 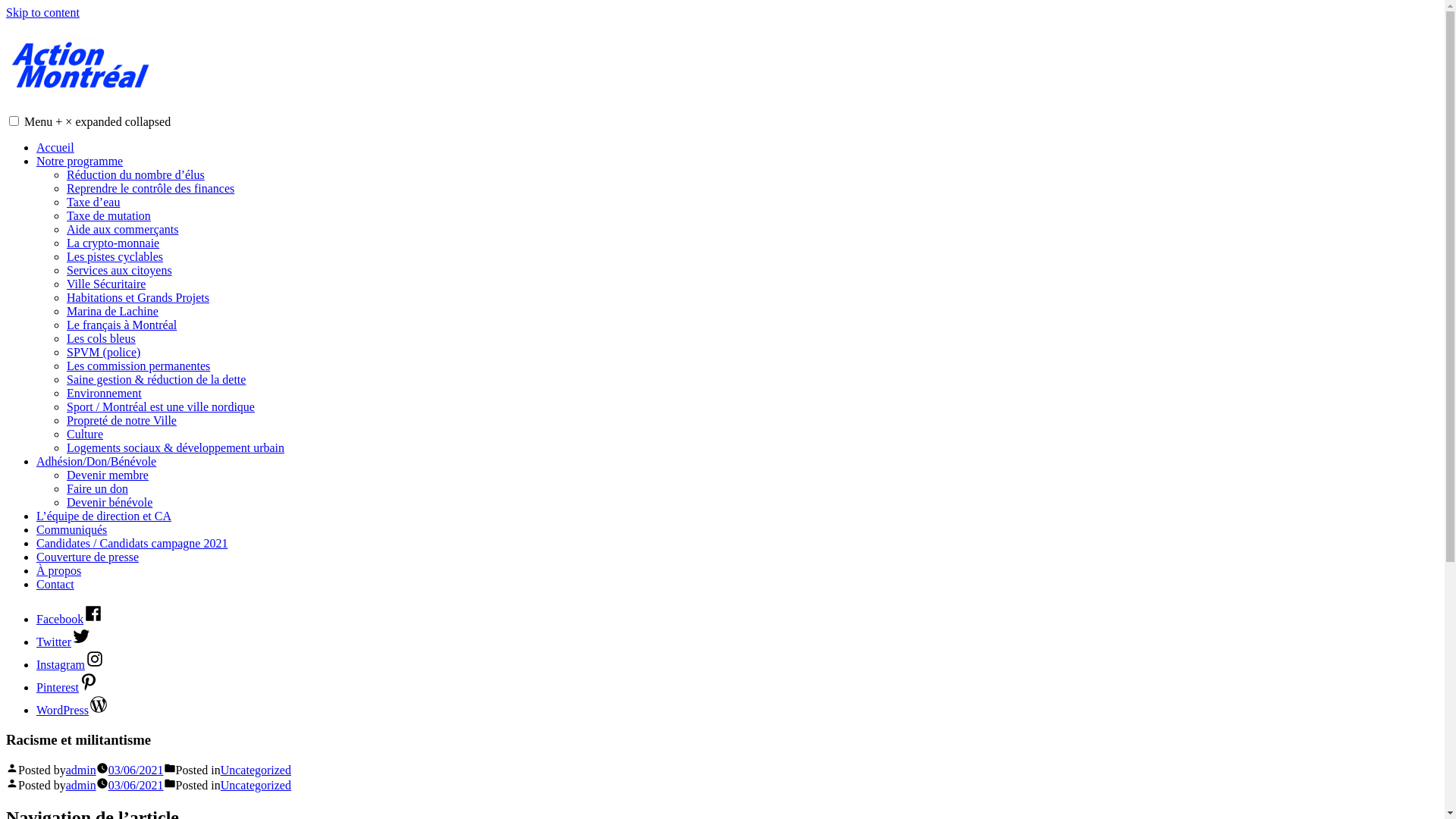 What do you see at coordinates (80, 770) in the screenshot?
I see `'admin'` at bounding box center [80, 770].